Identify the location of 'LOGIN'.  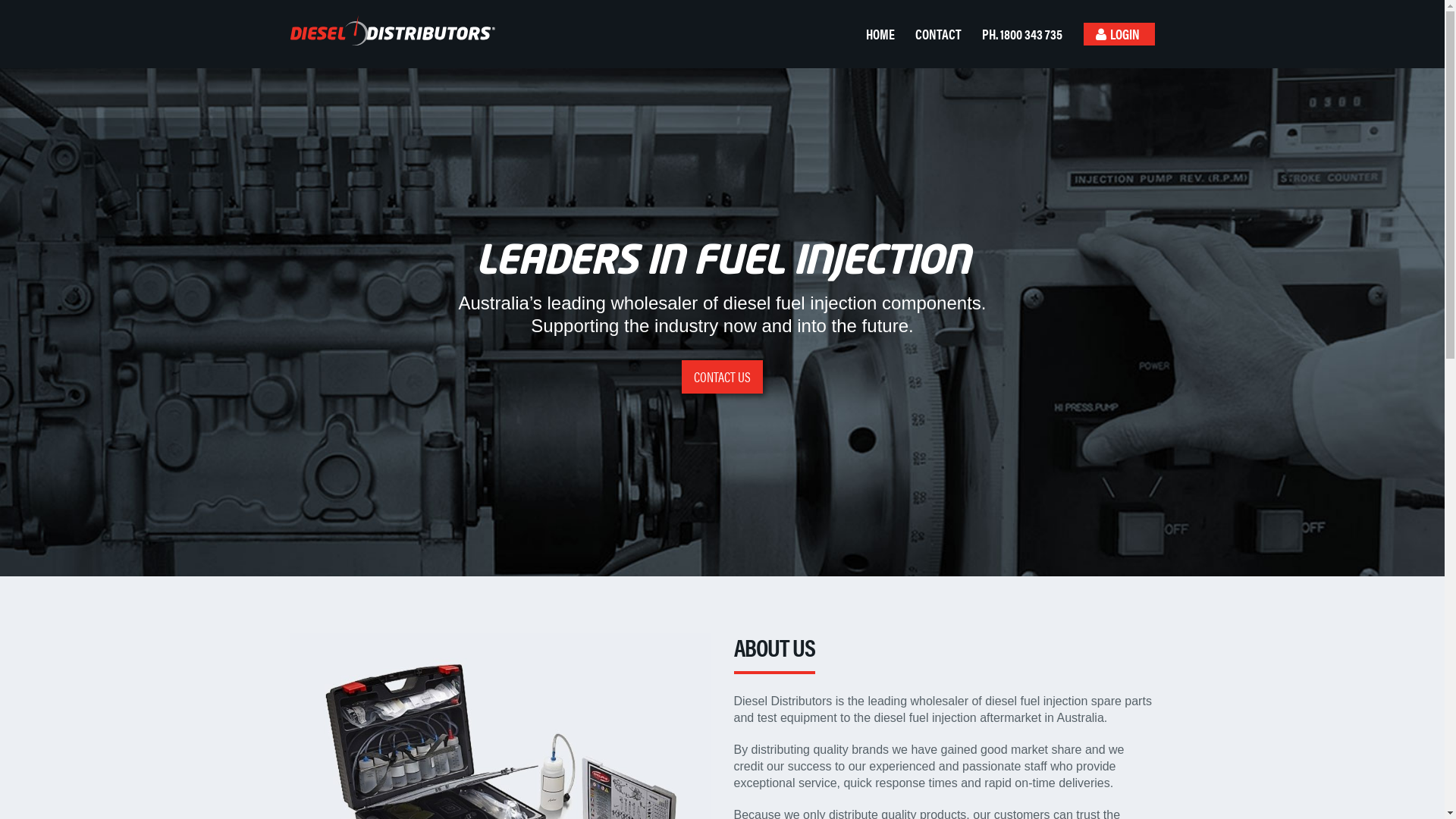
(1118, 34).